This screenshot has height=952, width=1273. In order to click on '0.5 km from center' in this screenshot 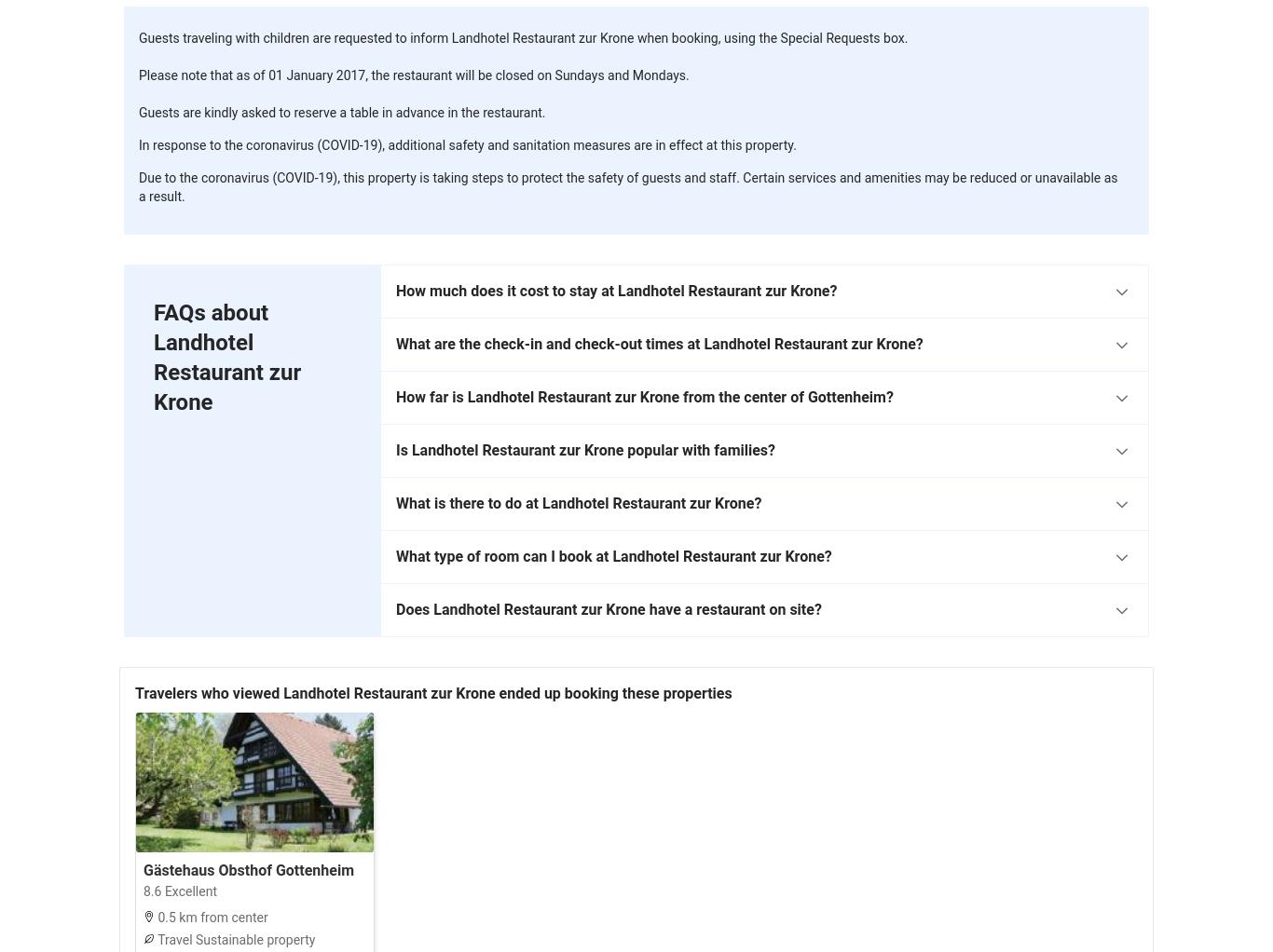, I will do `click(210, 917)`.